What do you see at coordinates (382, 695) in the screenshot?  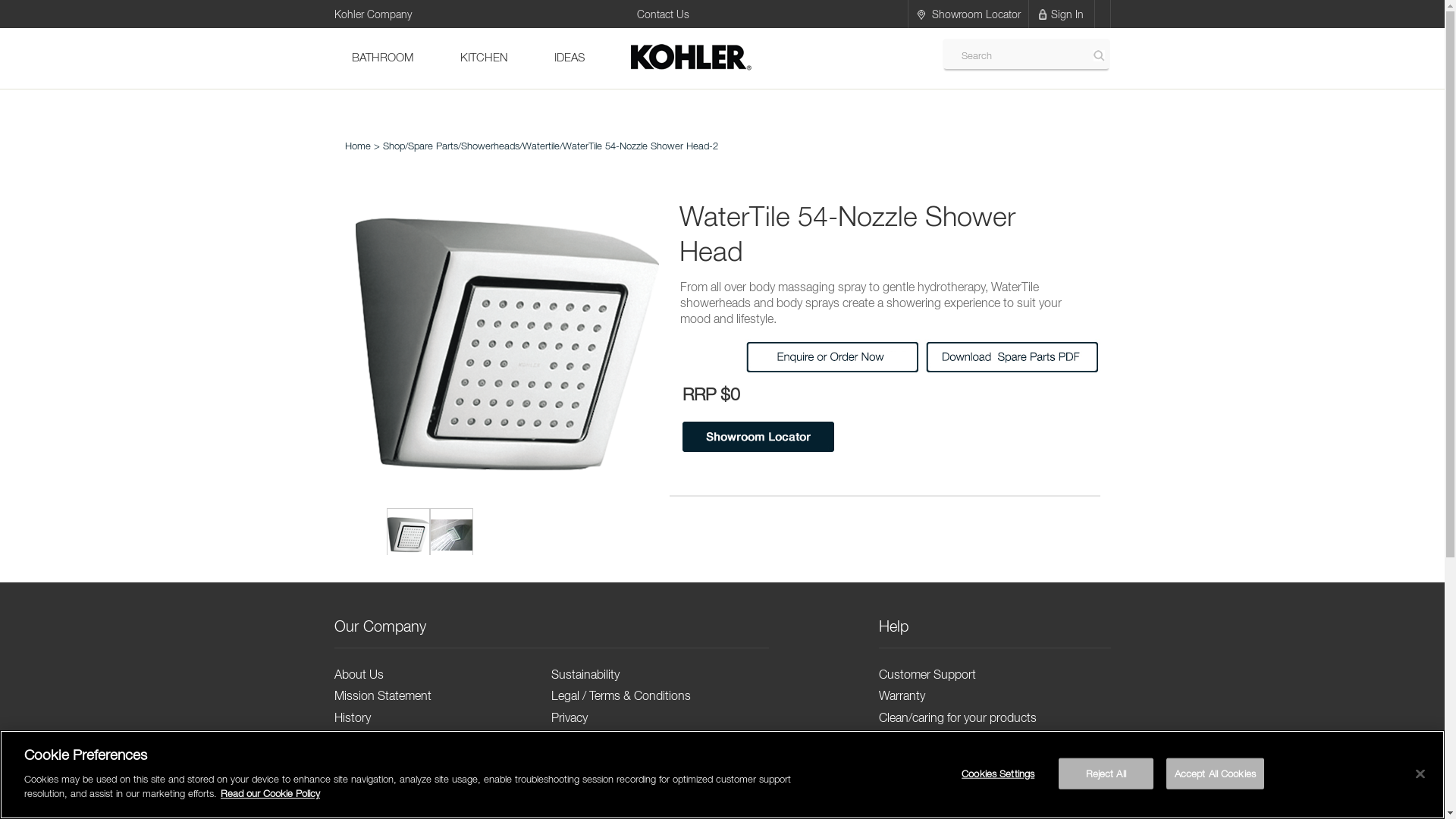 I see `'Mission Statement'` at bounding box center [382, 695].